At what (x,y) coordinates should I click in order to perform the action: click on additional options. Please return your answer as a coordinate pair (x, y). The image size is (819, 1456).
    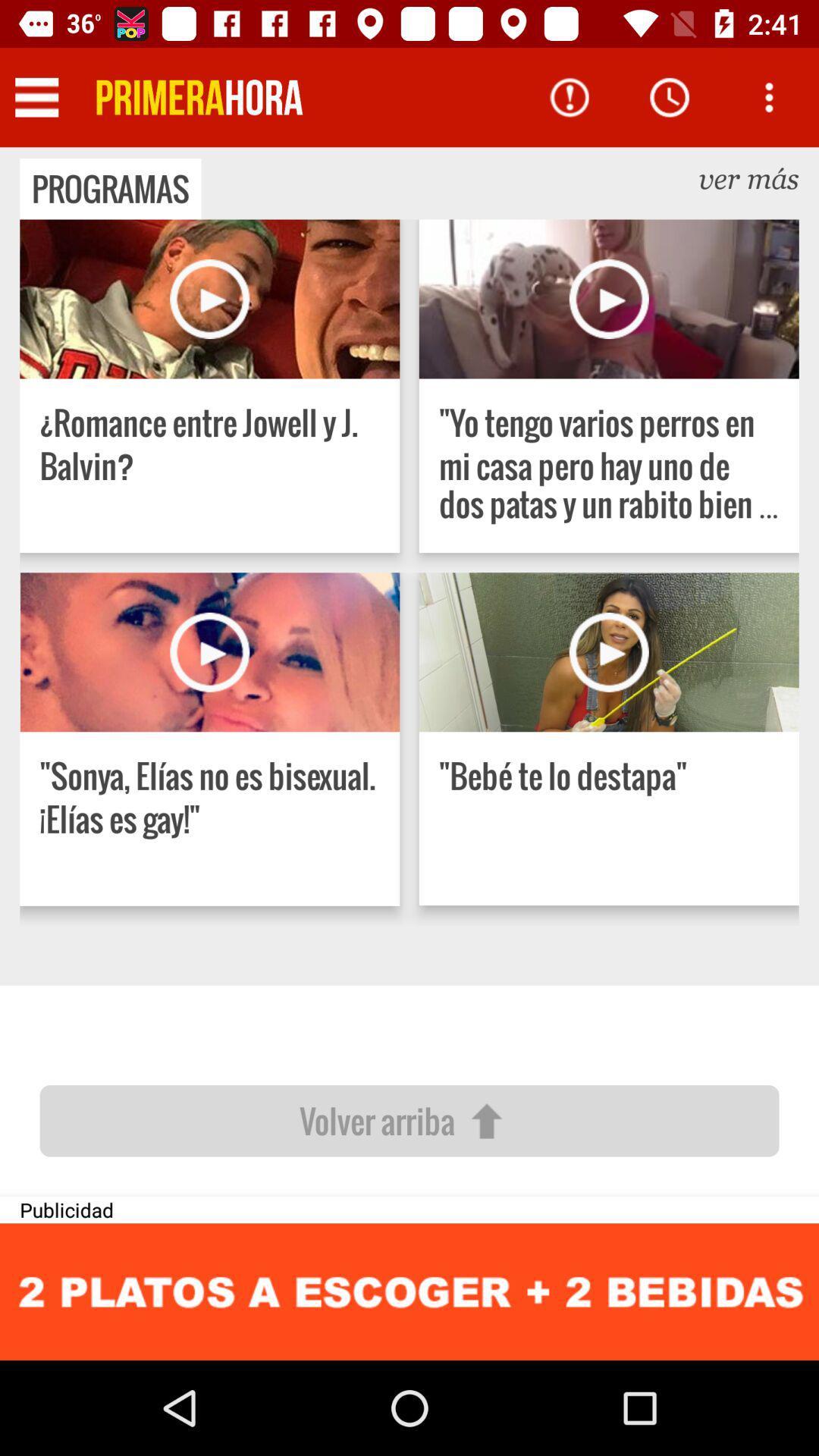
    Looking at the image, I should click on (769, 96).